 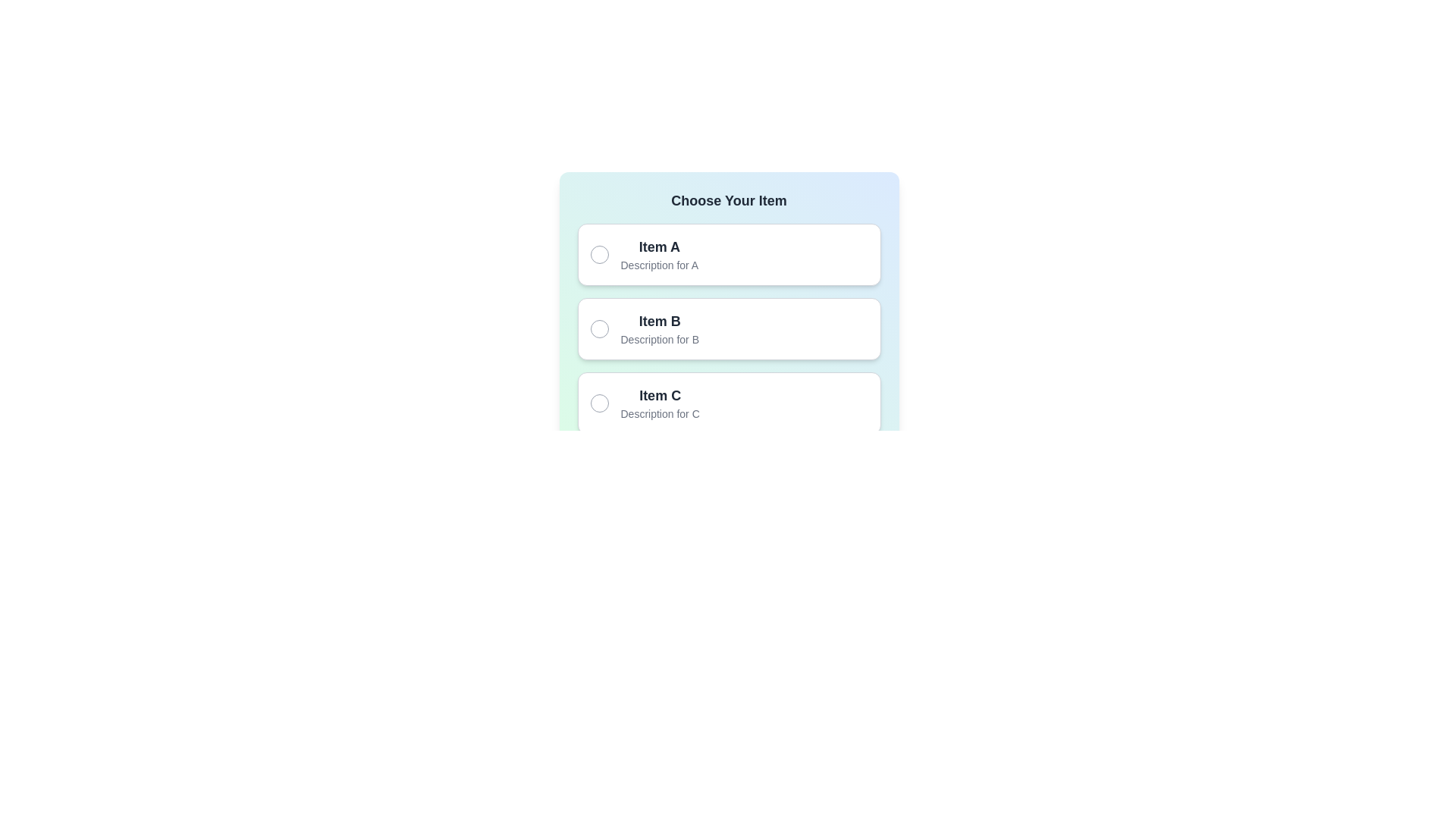 I want to click on text label for 'Item C', which is the third selectable item in the list, positioned below 'Item B' and above additional content, so click(x=660, y=403).